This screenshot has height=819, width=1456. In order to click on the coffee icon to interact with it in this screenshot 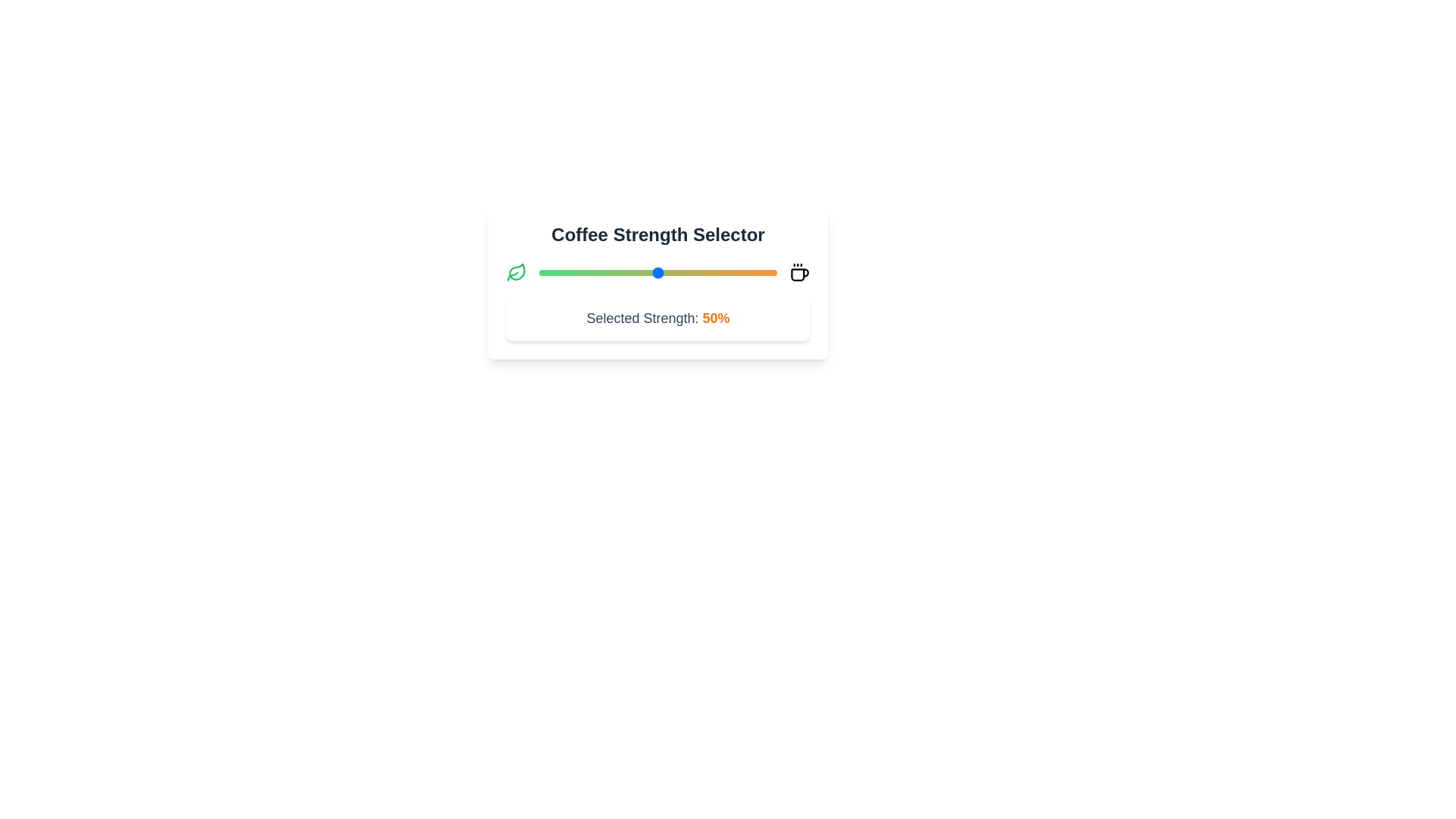, I will do `click(799, 271)`.